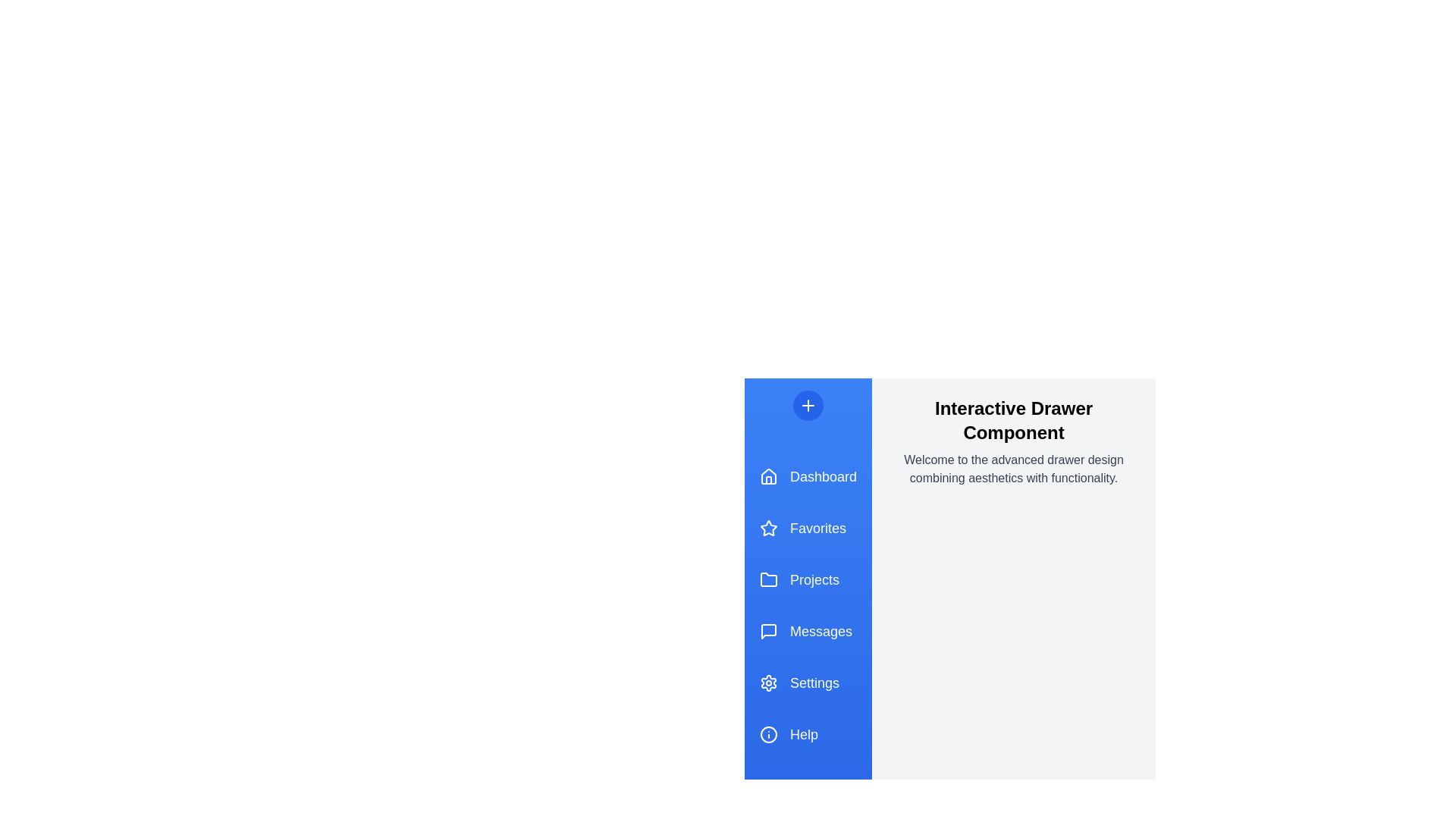 This screenshot has width=1456, height=819. I want to click on toggle button to change the drawer's open/close state, so click(807, 405).